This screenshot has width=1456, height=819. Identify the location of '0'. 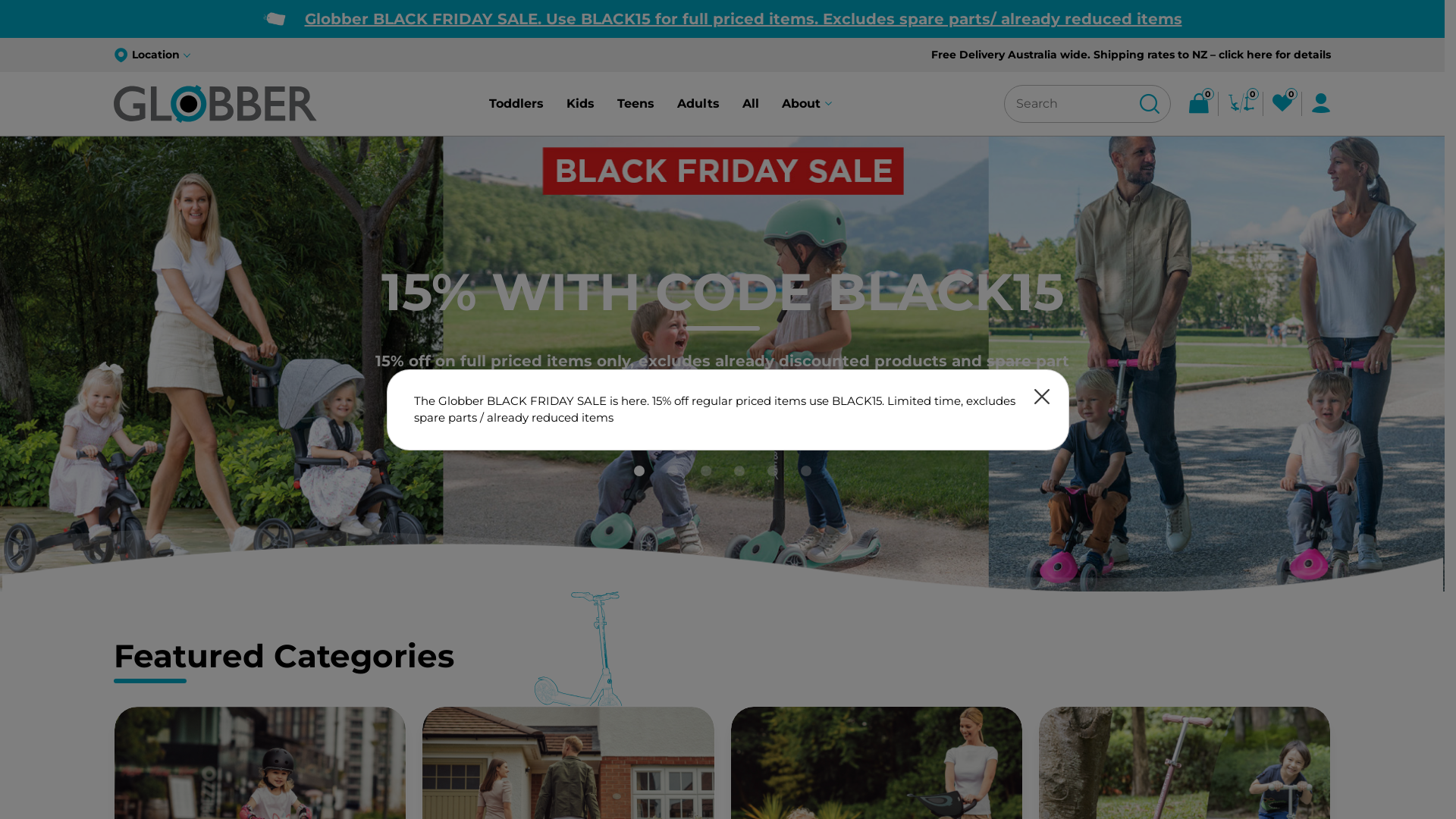
(1197, 103).